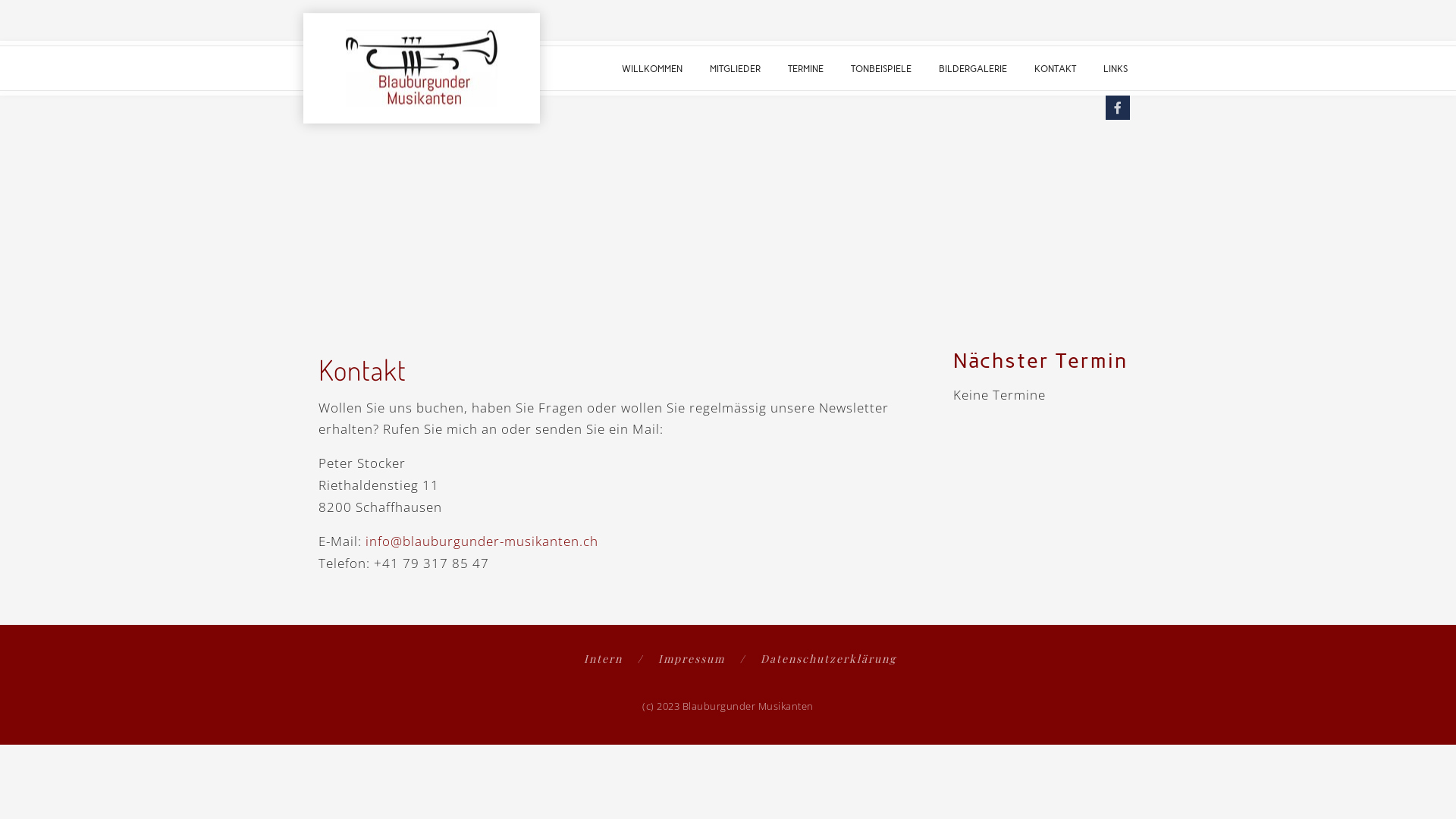 The height and width of the screenshot is (819, 1456). What do you see at coordinates (481, 540) in the screenshot?
I see `'info@blauburgunder-musikanten.ch'` at bounding box center [481, 540].